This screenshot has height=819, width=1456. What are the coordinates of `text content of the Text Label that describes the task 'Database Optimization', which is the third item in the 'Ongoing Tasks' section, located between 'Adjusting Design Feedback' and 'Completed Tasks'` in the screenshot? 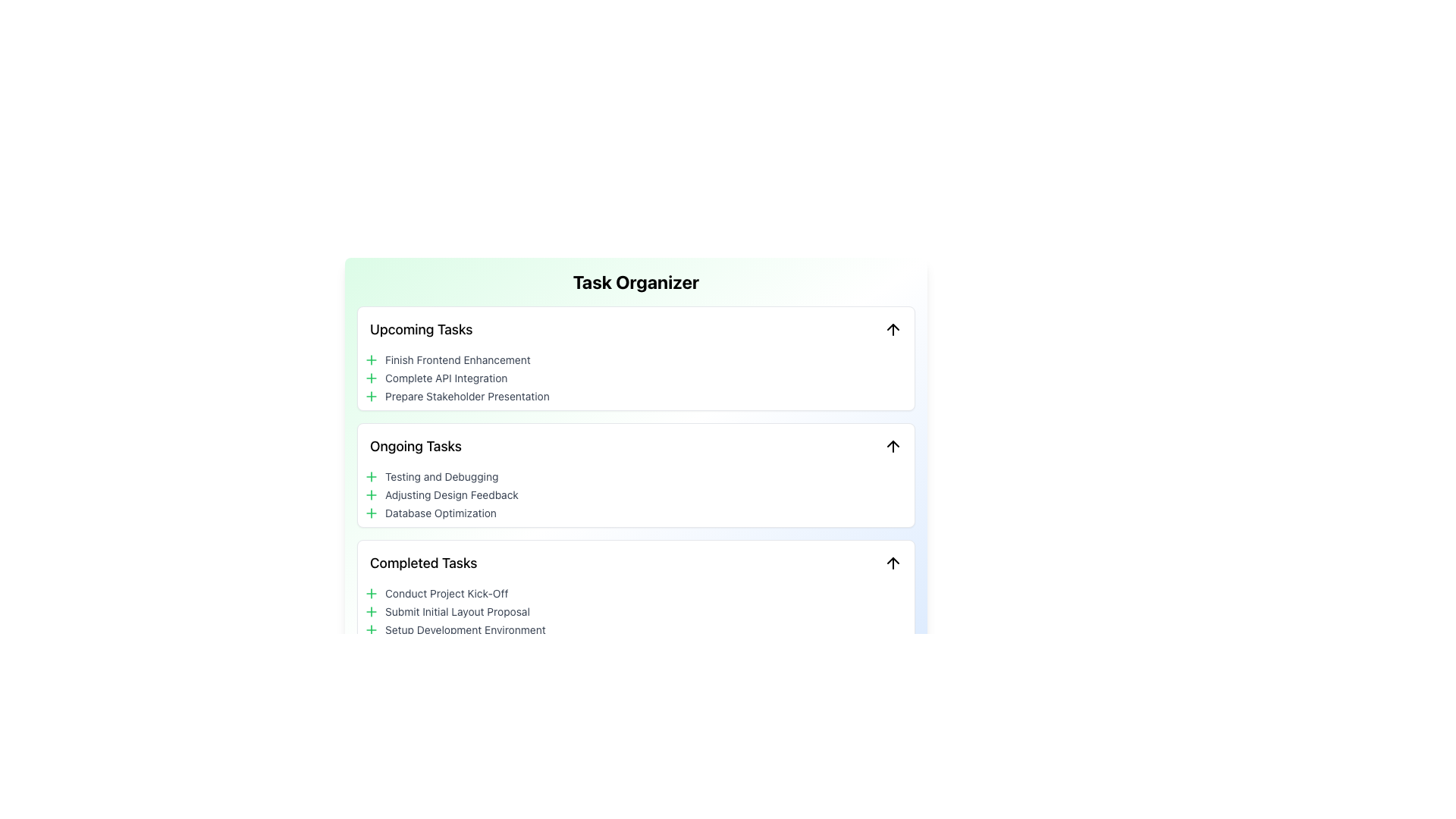 It's located at (440, 513).